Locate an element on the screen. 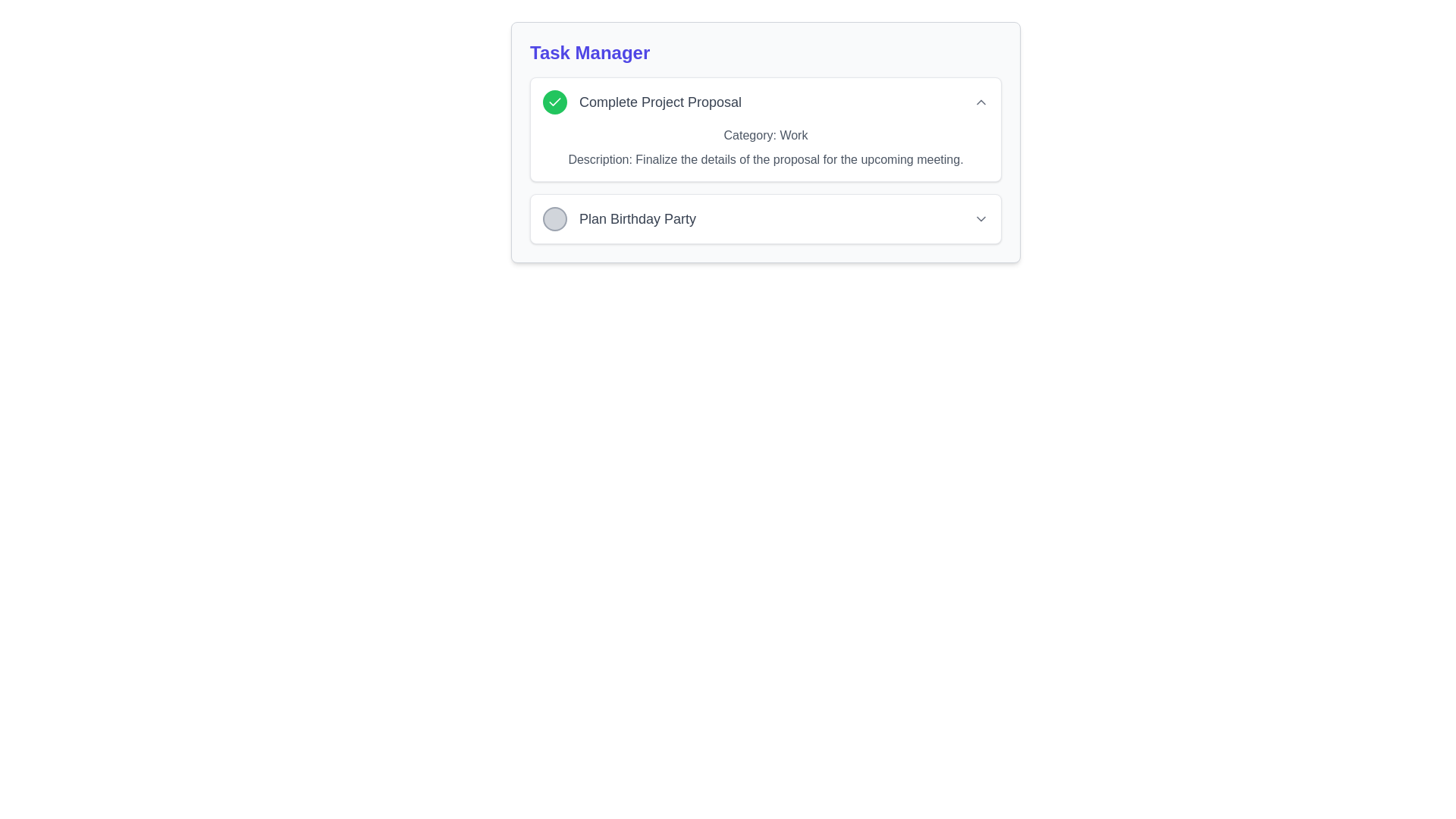 This screenshot has height=819, width=1456. the Text Label that provides information about the task 'Complete Project Proposal', located below the 'Category: Work' label within the task card is located at coordinates (765, 160).